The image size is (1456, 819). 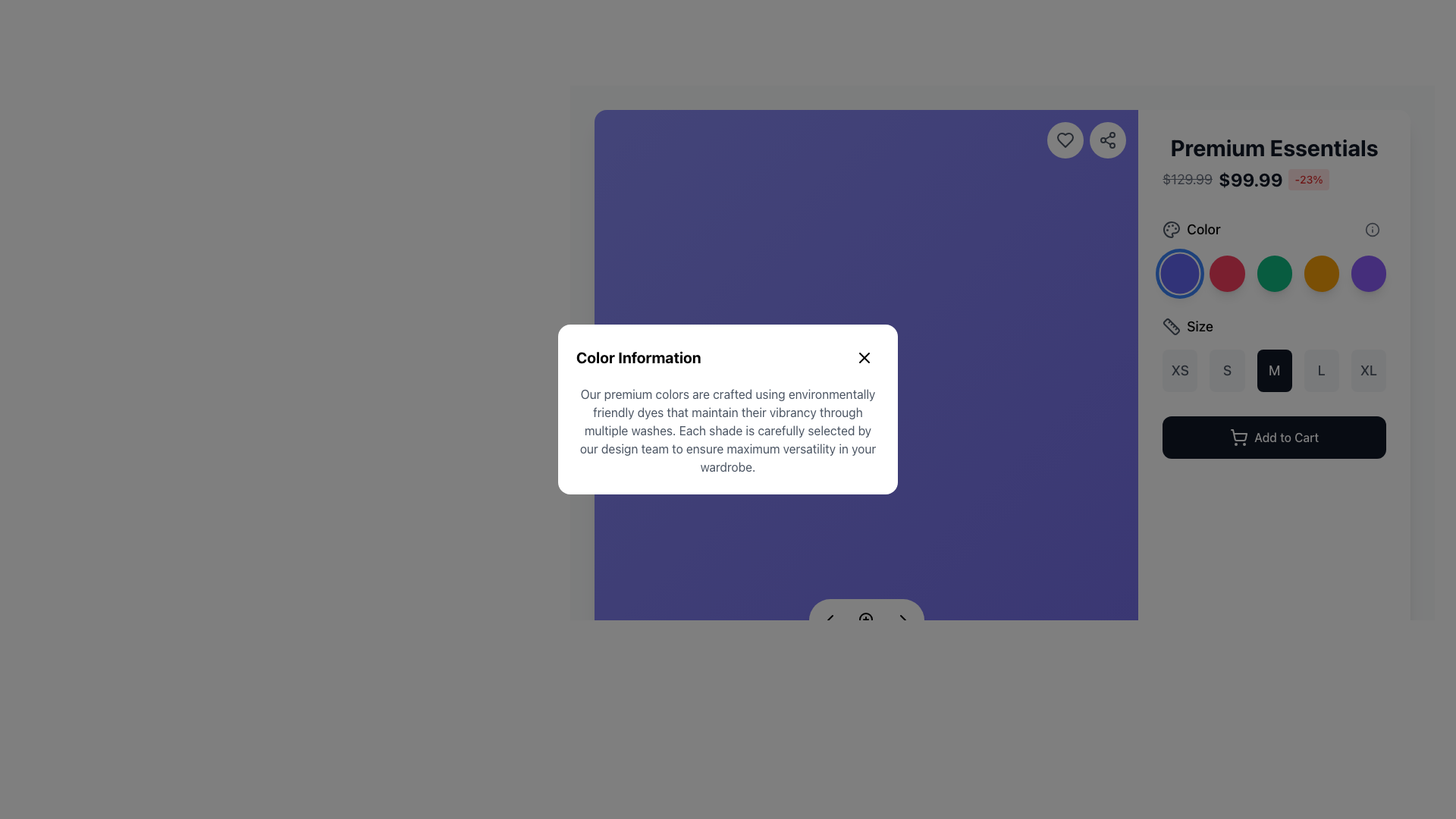 I want to click on the third color selection button for green color option located below the 'Color' section title, so click(x=1274, y=253).